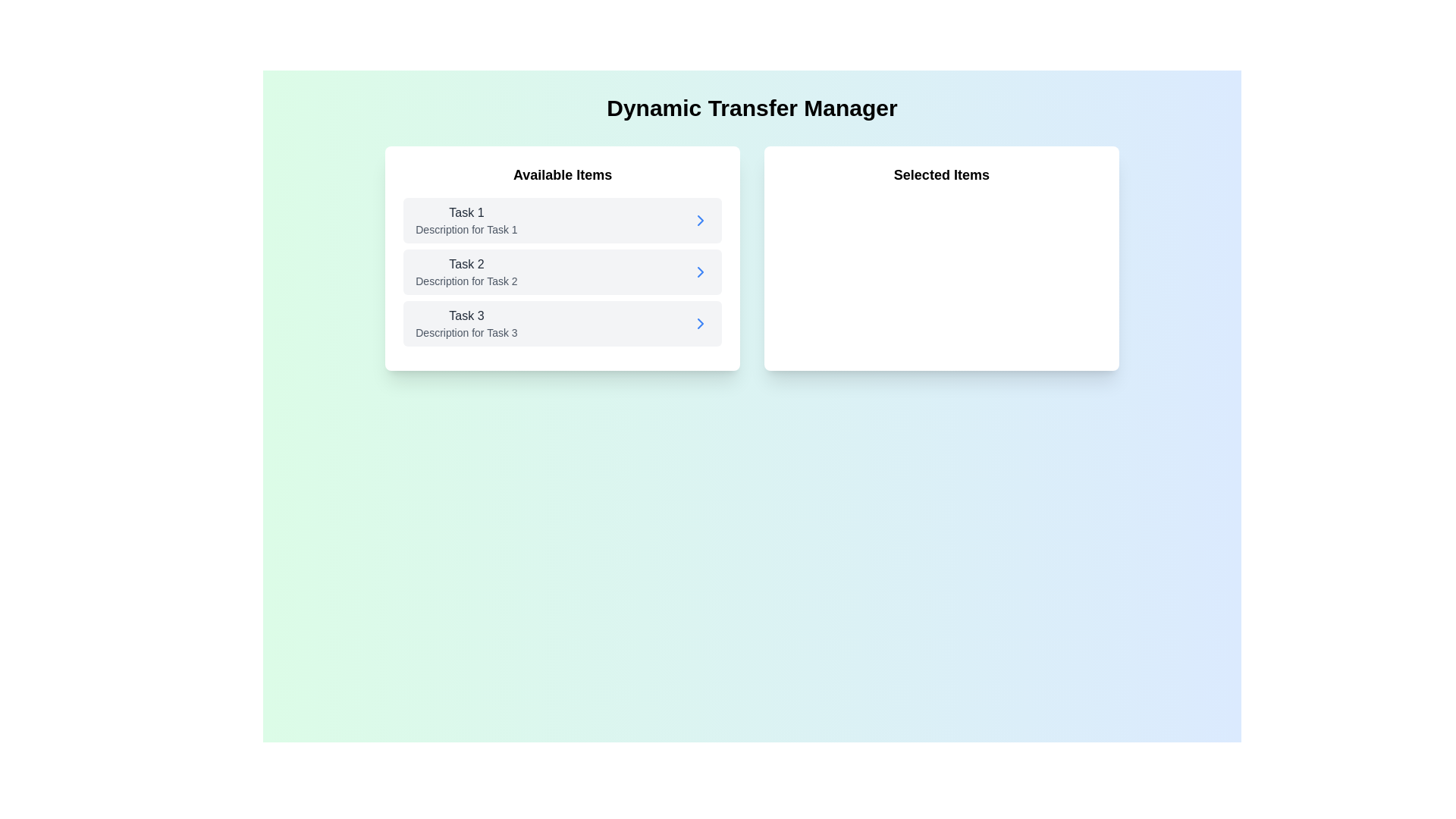 This screenshot has height=819, width=1456. Describe the element at coordinates (700, 323) in the screenshot. I see `the right-facing chevron arrow icon button styled in blue at the far right end of the 'Task 3' list item` at that location.